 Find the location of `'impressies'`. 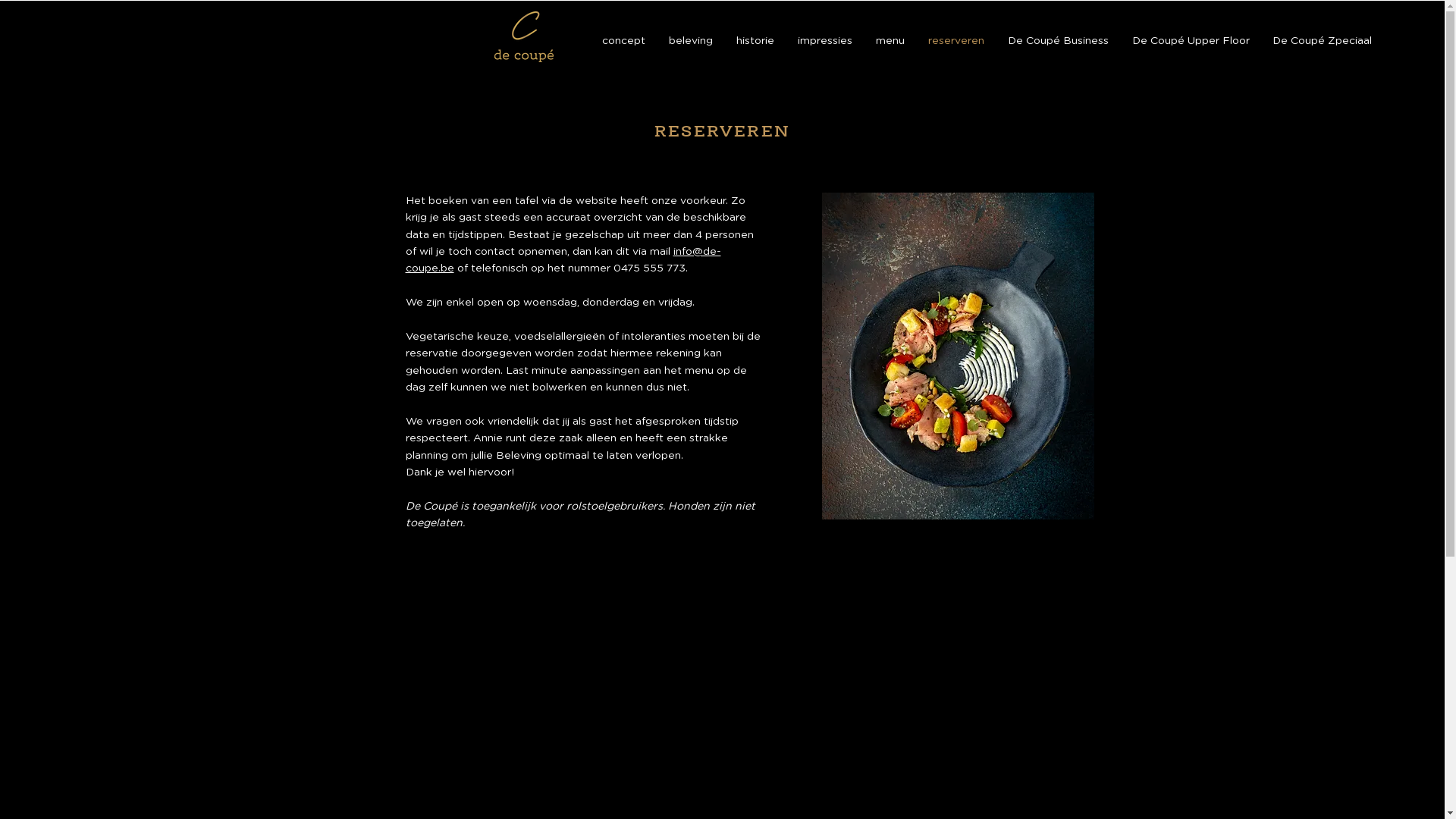

'impressies' is located at coordinates (824, 40).